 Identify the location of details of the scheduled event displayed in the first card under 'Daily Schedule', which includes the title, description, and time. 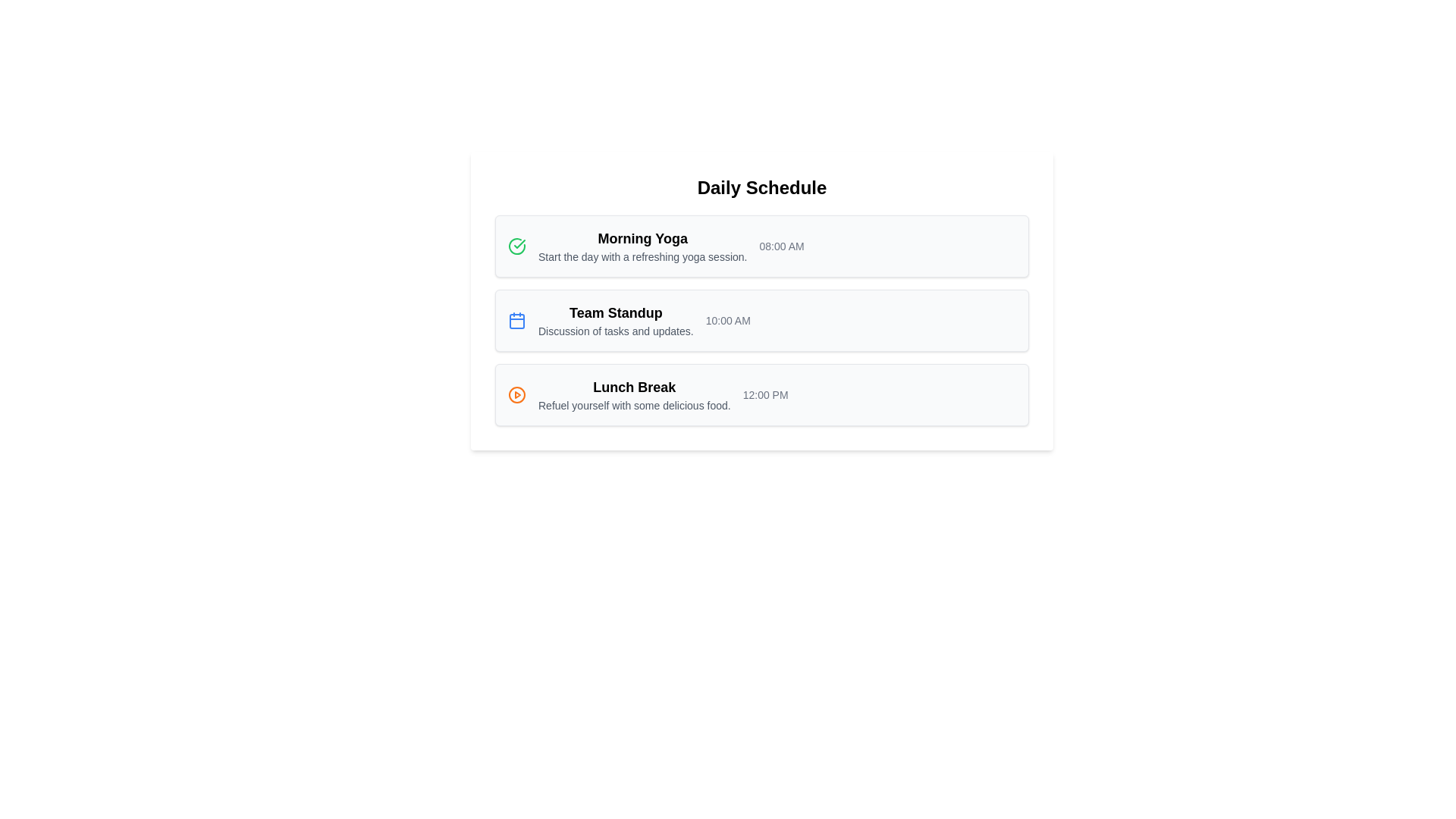
(761, 245).